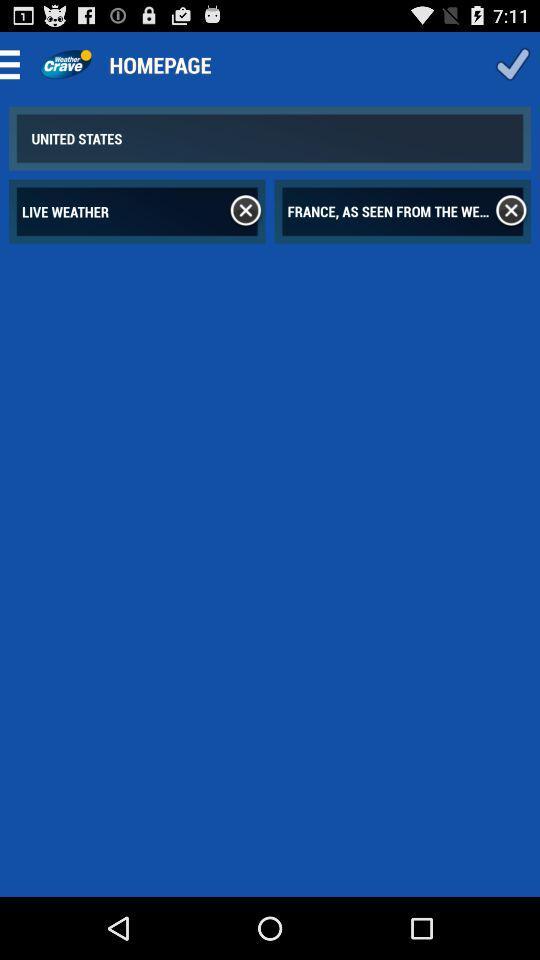 The width and height of the screenshot is (540, 960). I want to click on the close icon, so click(511, 226).